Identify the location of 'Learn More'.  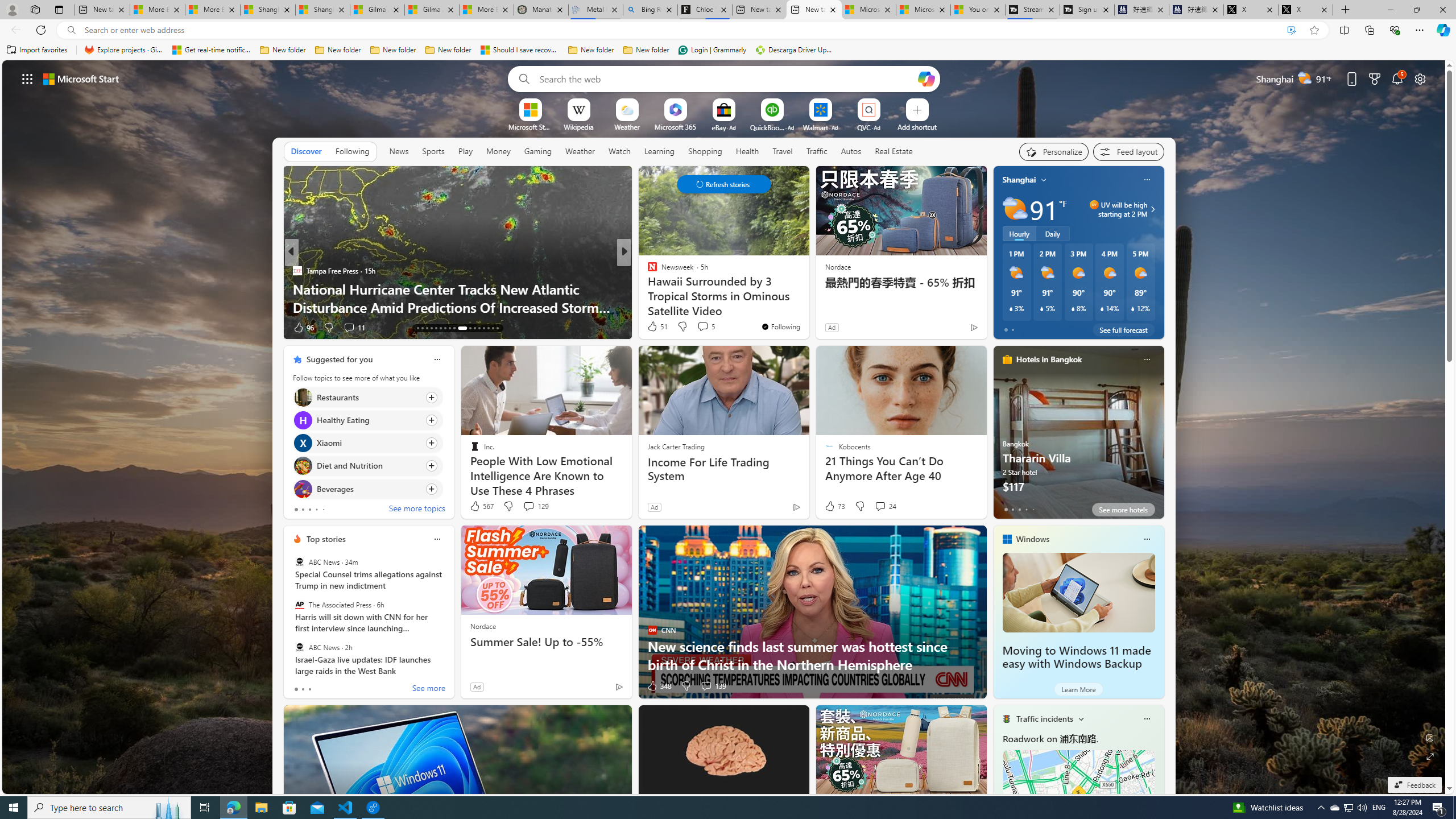
(1078, 688).